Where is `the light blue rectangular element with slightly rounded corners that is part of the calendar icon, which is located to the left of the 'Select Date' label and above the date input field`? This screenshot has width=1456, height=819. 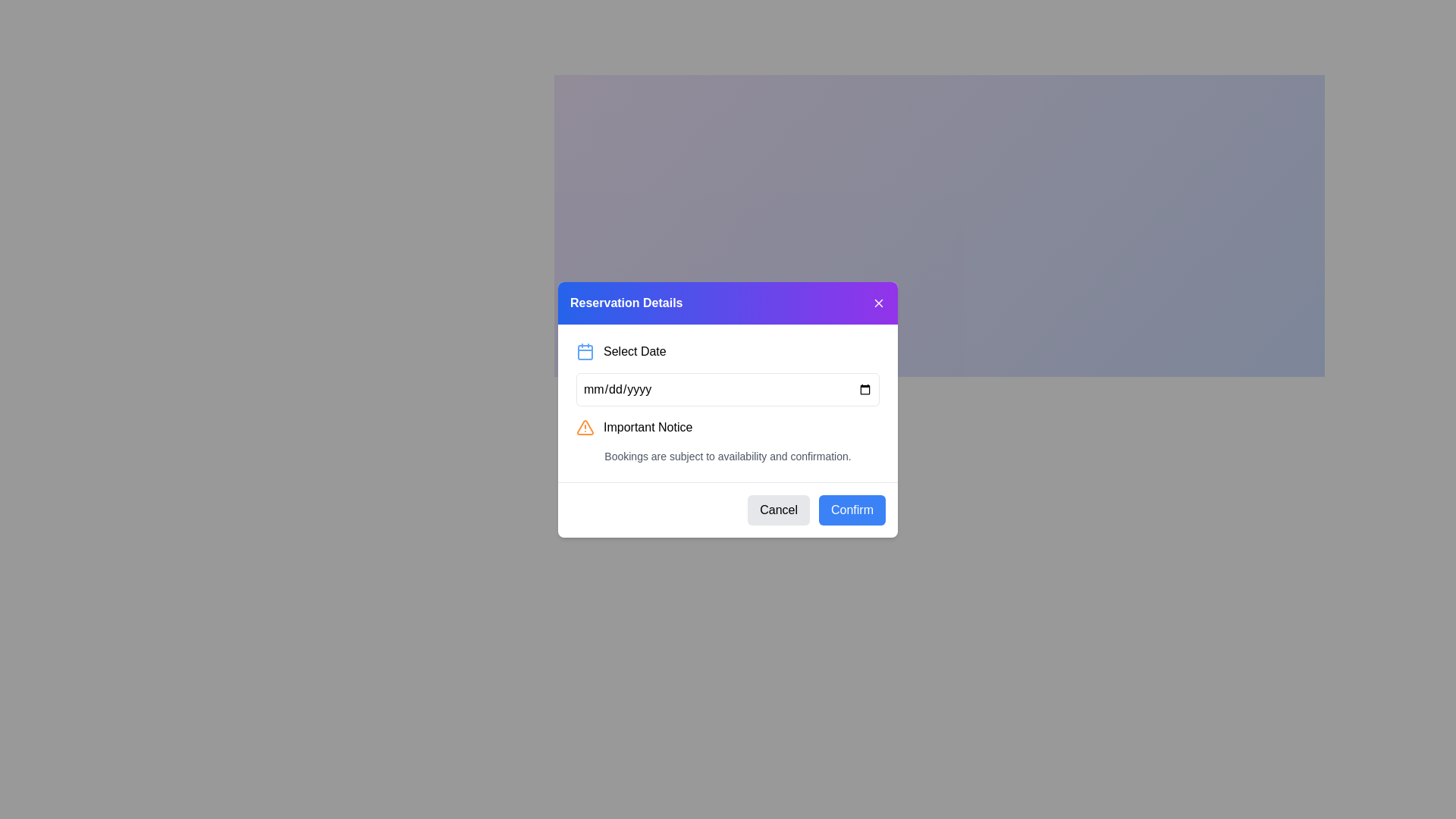
the light blue rectangular element with slightly rounded corners that is part of the calendar icon, which is located to the left of the 'Select Date' label and above the date input field is located at coordinates (585, 352).